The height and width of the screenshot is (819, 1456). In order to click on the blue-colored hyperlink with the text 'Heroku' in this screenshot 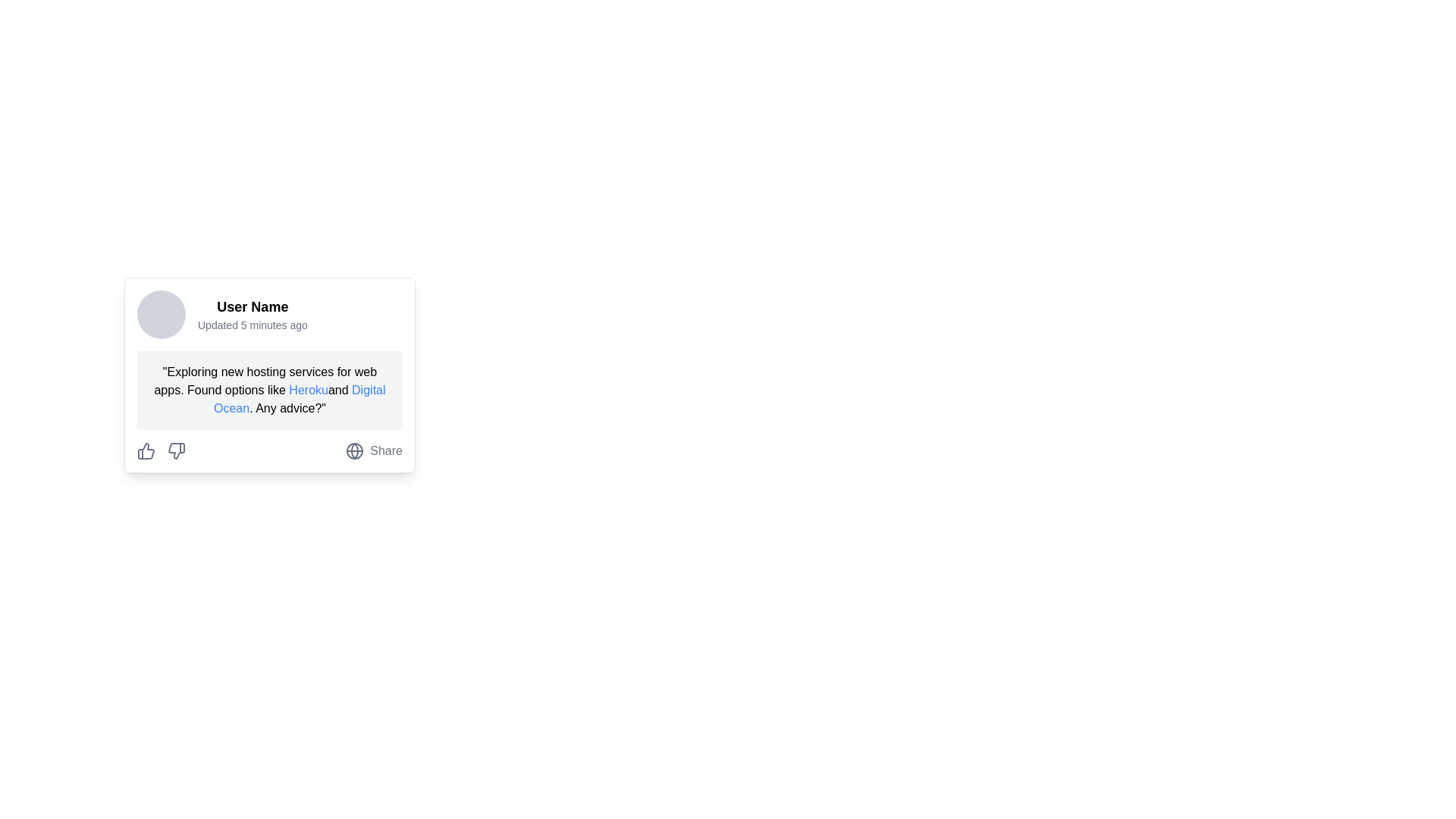, I will do `click(308, 389)`.